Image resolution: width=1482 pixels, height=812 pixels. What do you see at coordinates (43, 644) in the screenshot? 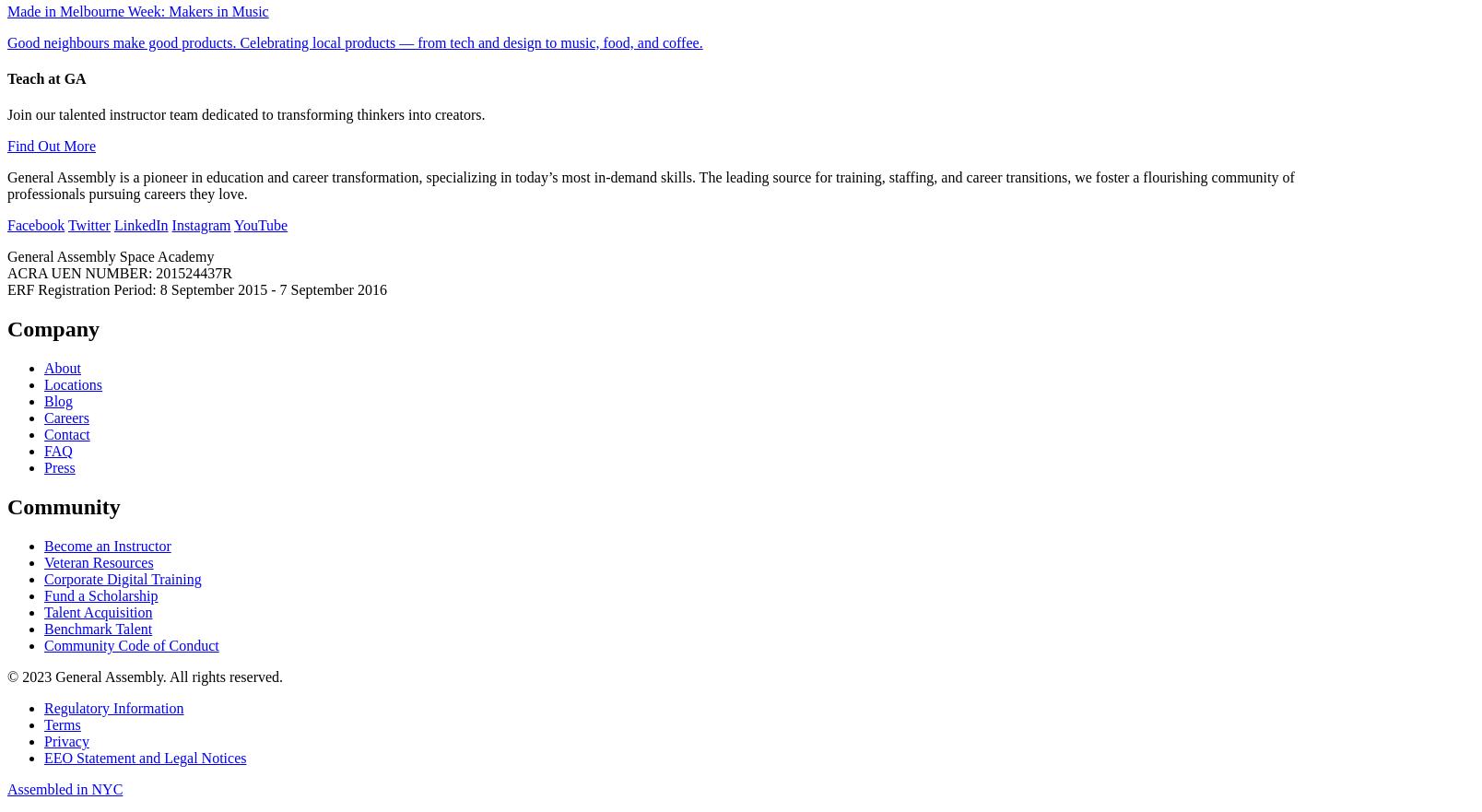
I see `'Community Code of Conduct'` at bounding box center [43, 644].